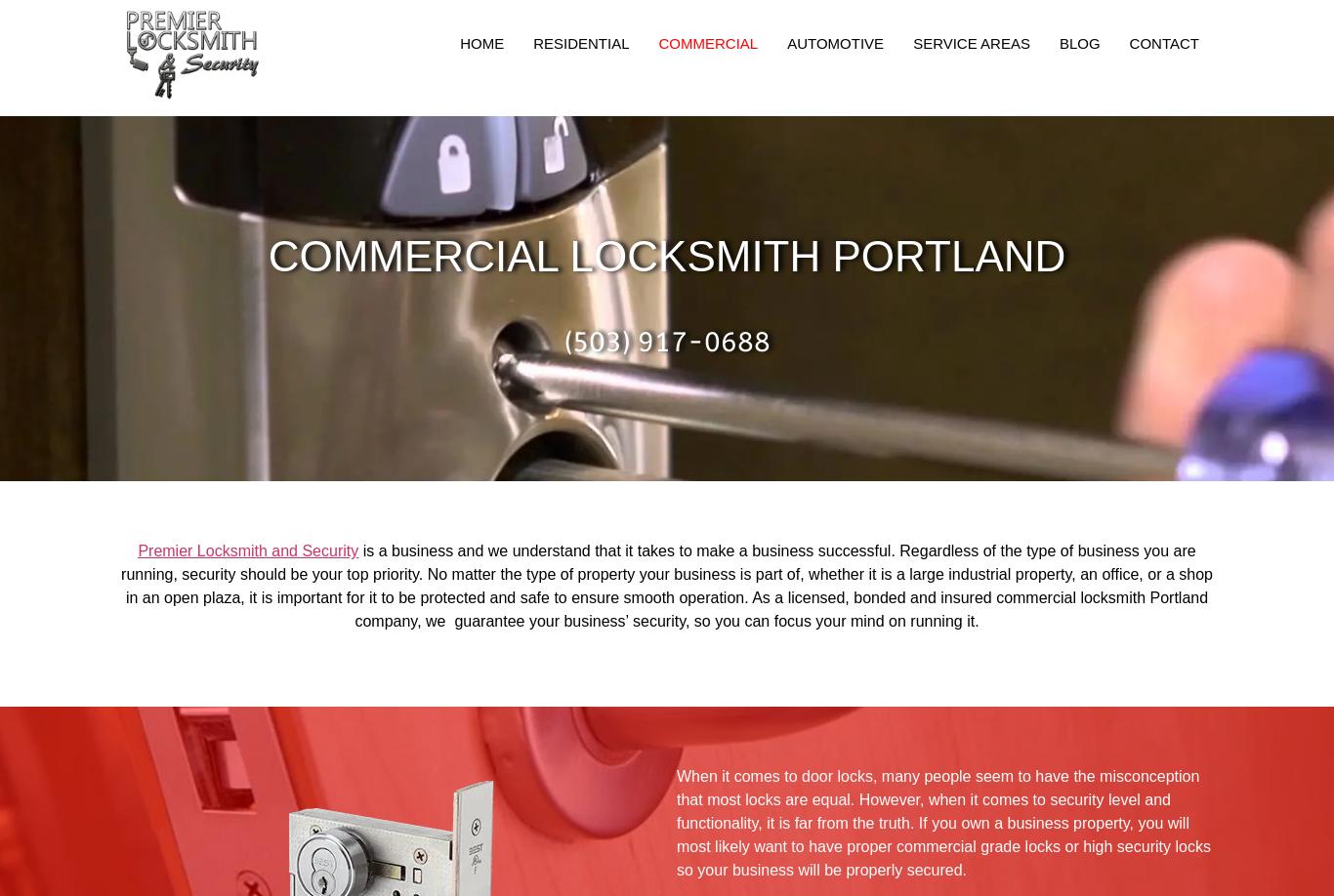 The width and height of the screenshot is (1334, 896). Describe the element at coordinates (834, 42) in the screenshot. I see `'Automotive'` at that location.